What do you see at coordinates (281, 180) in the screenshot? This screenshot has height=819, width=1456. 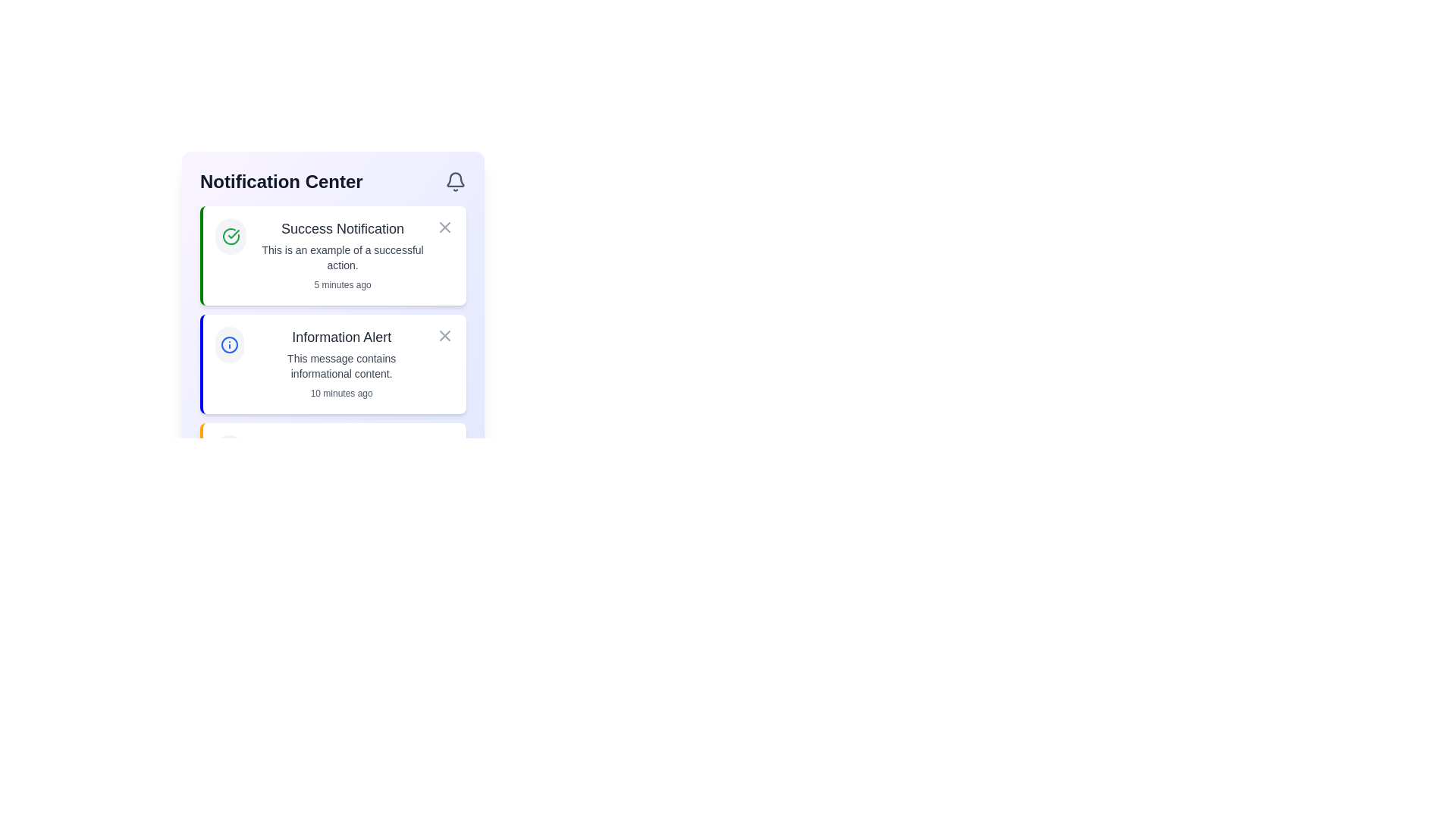 I see `the Text-based heading of the Notification Center, which is positioned at the top-left of the interface and aligned to the left of the bell icon` at bounding box center [281, 180].